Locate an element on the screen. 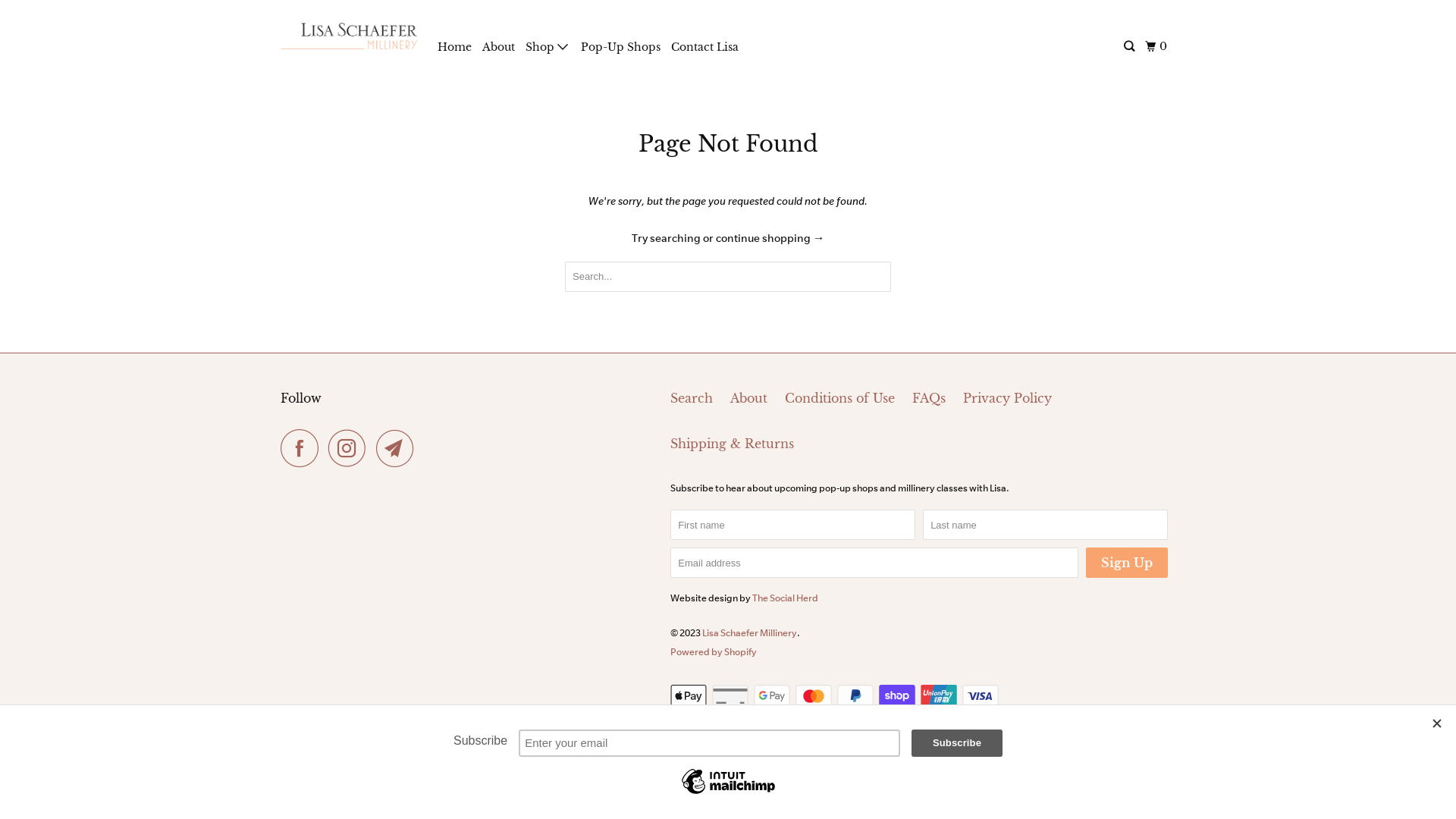 The image size is (1456, 819). 'The Social Herd' is located at coordinates (752, 598).